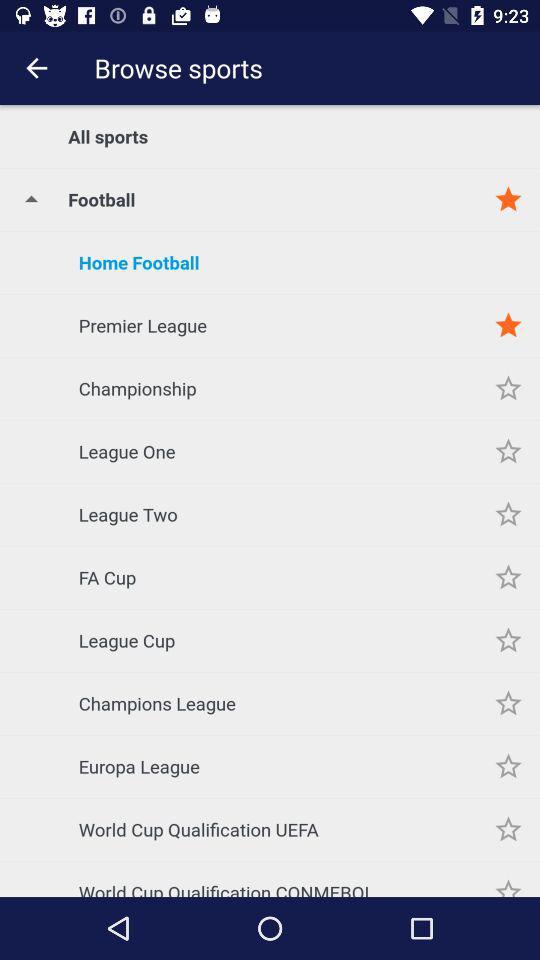  I want to click on this selection, so click(508, 387).